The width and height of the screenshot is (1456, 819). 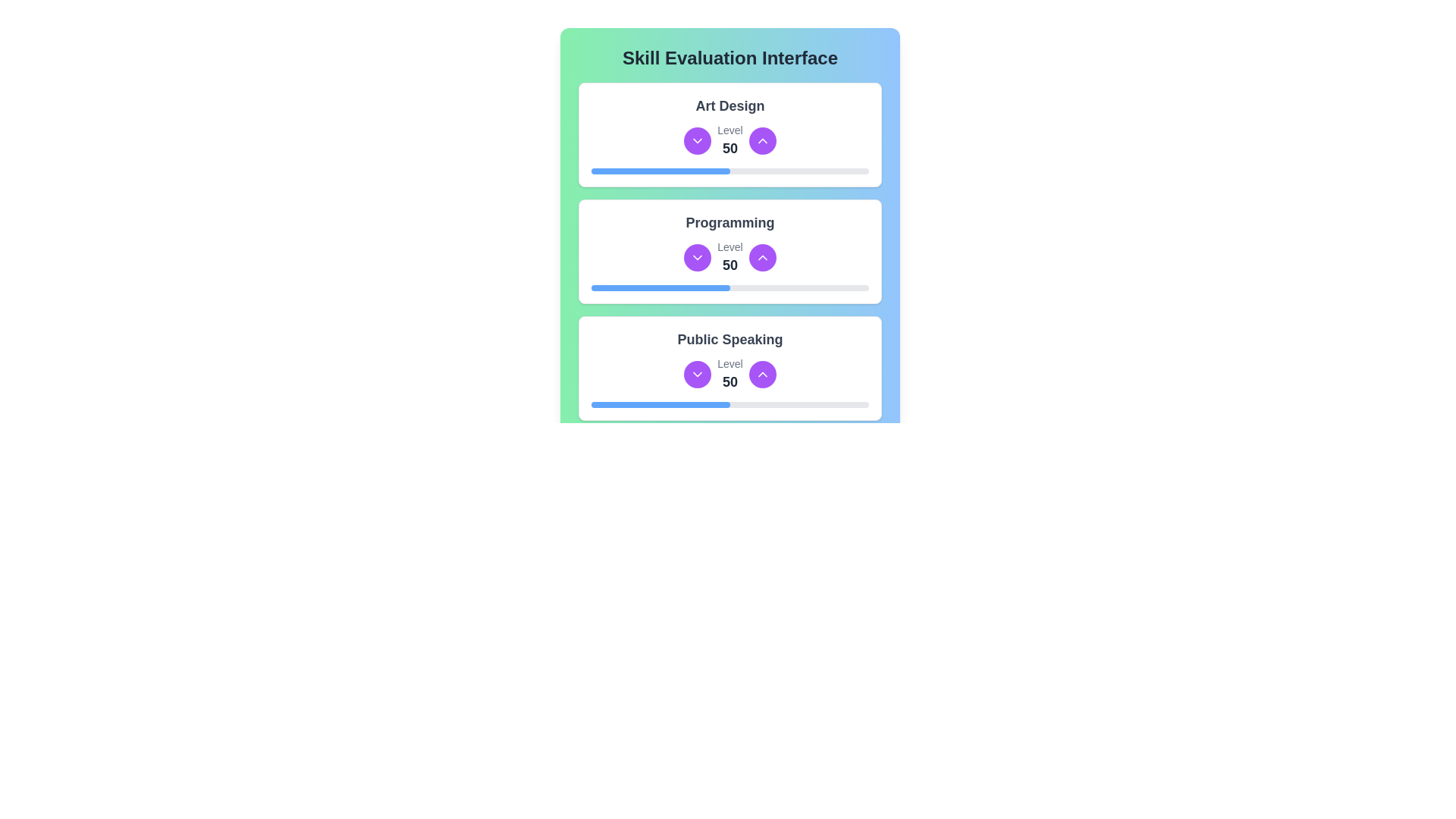 I want to click on the text label indicating the level context for the nearby numerical value '50', which is located at the top of the skill section layout, so click(x=730, y=130).